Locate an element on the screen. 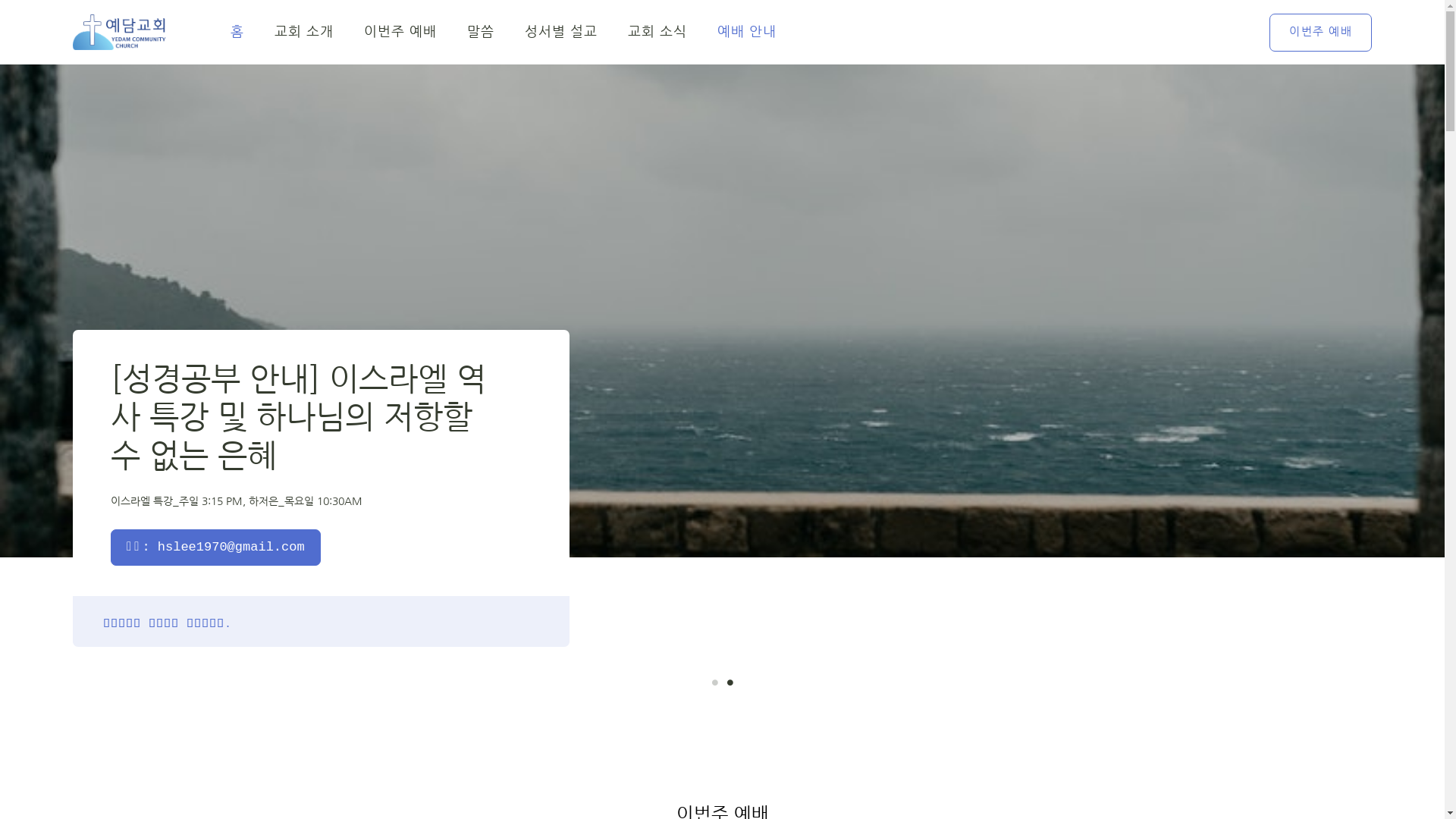 The height and width of the screenshot is (819, 1456). '2' is located at coordinates (729, 681).